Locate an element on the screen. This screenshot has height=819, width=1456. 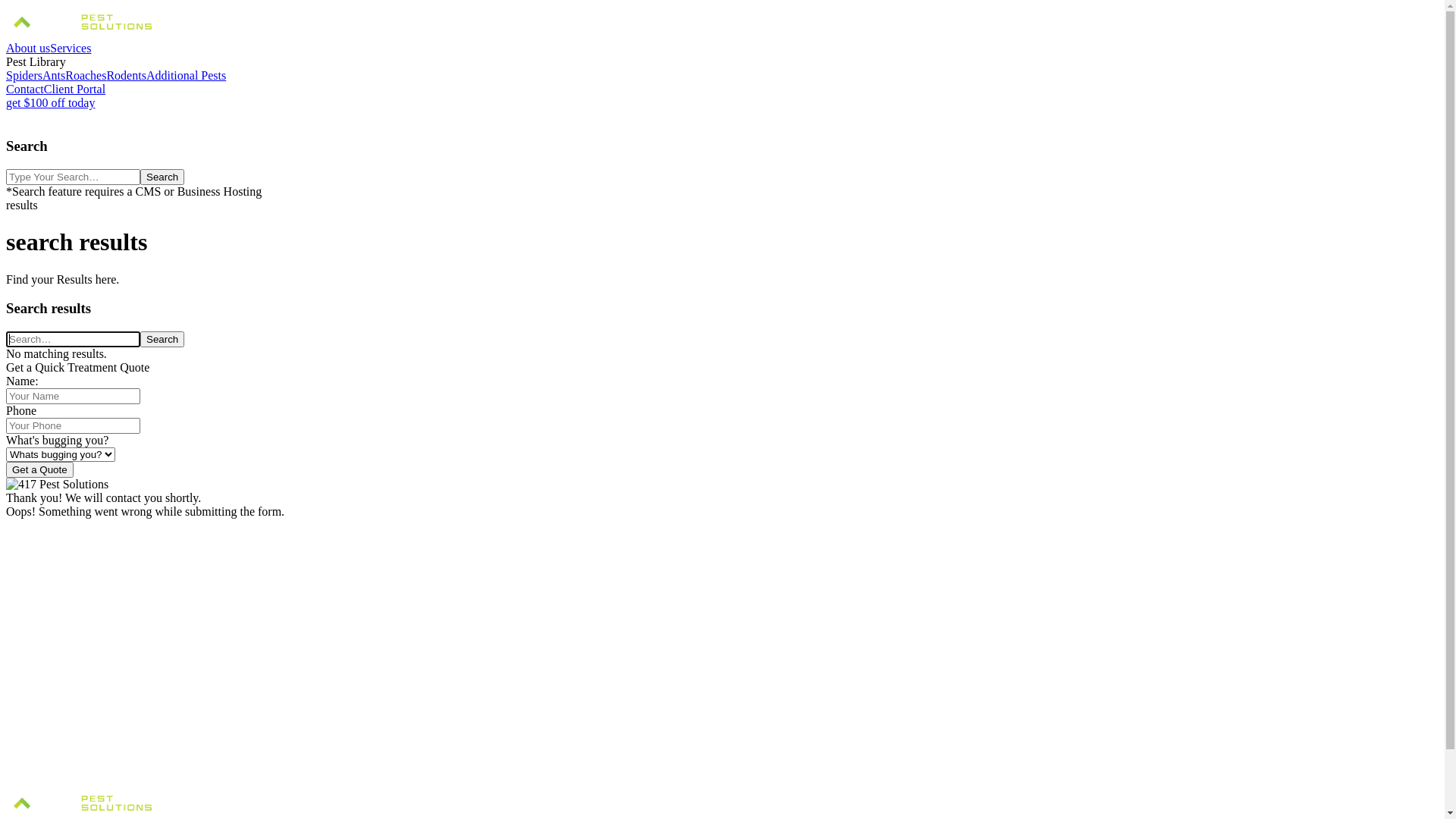
'Search' is located at coordinates (140, 176).